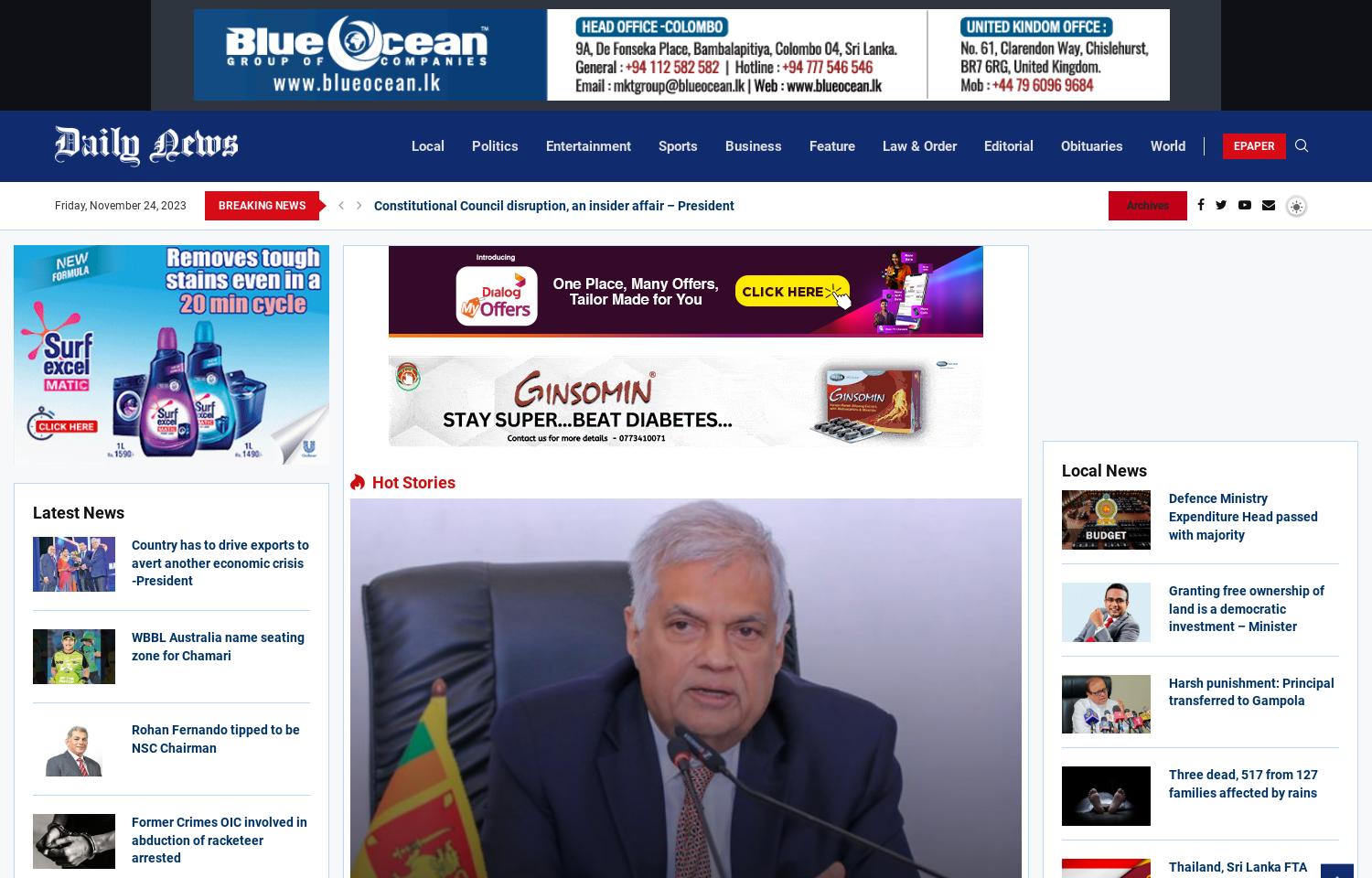 Image resolution: width=1372 pixels, height=878 pixels. I want to click on 'Defence Ministry Expenditure Head passed with majority', so click(1241, 516).